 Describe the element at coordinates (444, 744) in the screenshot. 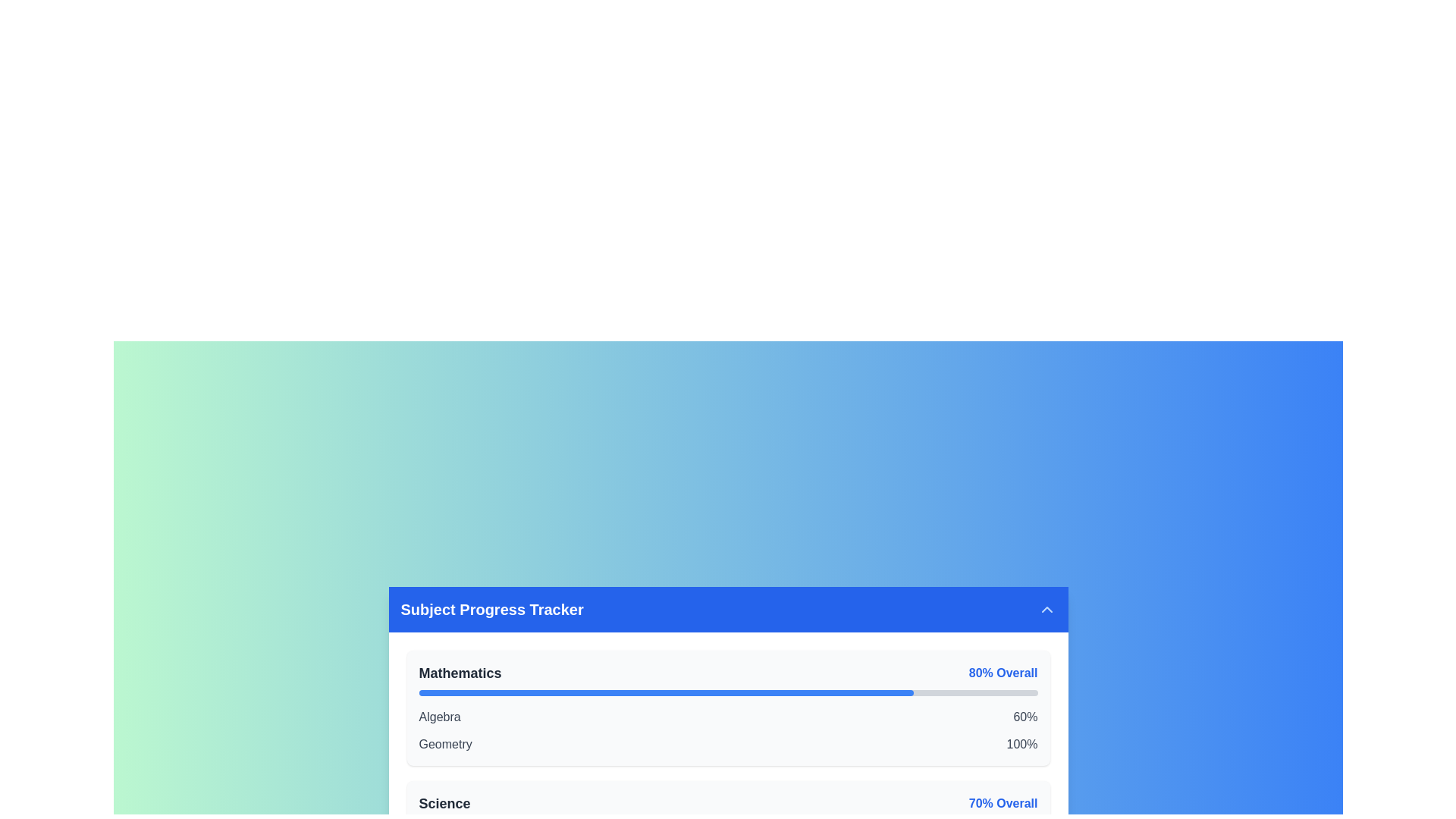

I see `the static text label displaying 'Geometry' in the 'Subject Progress Tracker' interface under the 'Mathematics' section` at that location.